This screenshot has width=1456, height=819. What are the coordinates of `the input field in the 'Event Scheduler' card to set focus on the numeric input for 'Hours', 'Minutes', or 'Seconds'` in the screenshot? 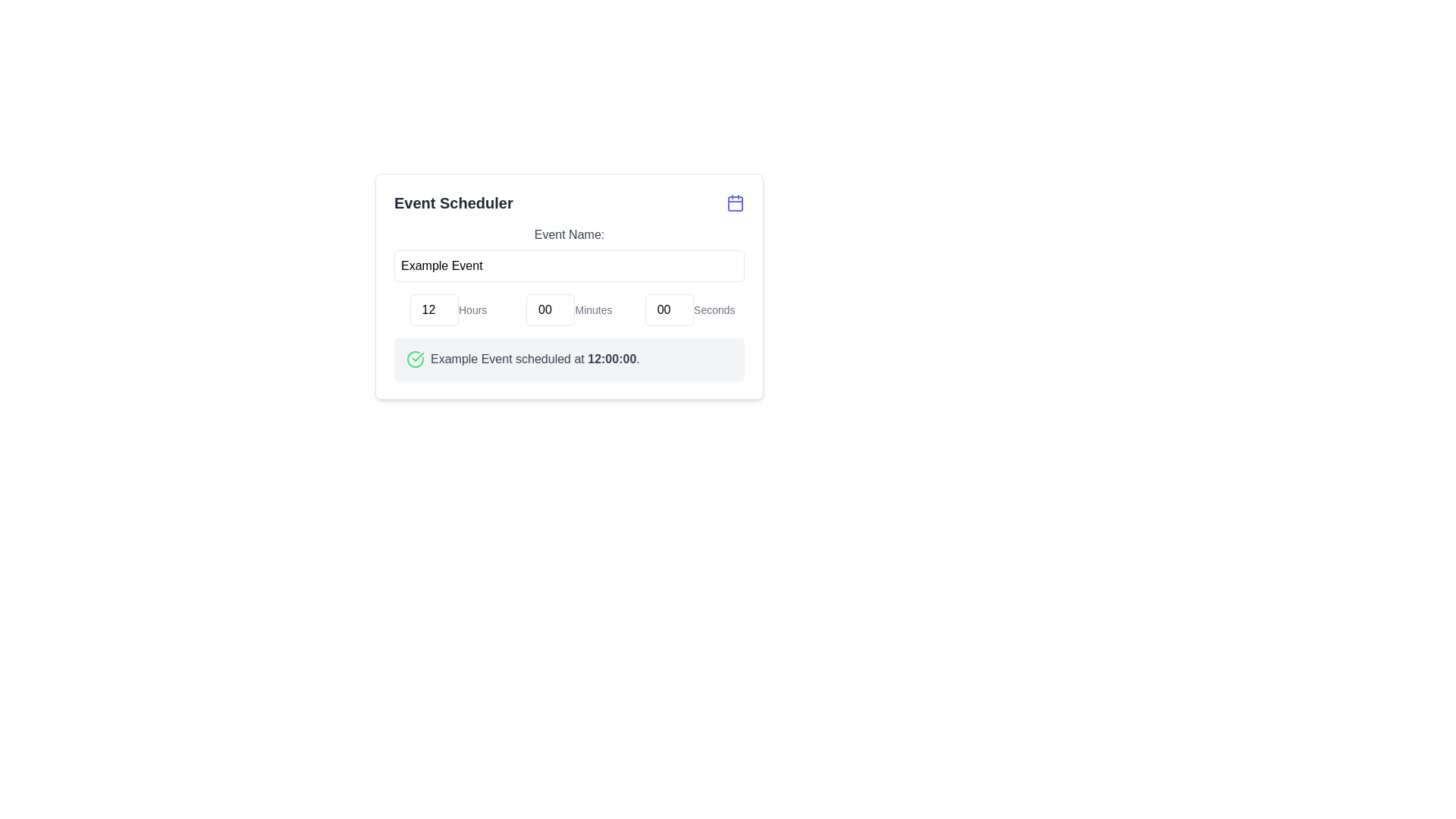 It's located at (568, 309).